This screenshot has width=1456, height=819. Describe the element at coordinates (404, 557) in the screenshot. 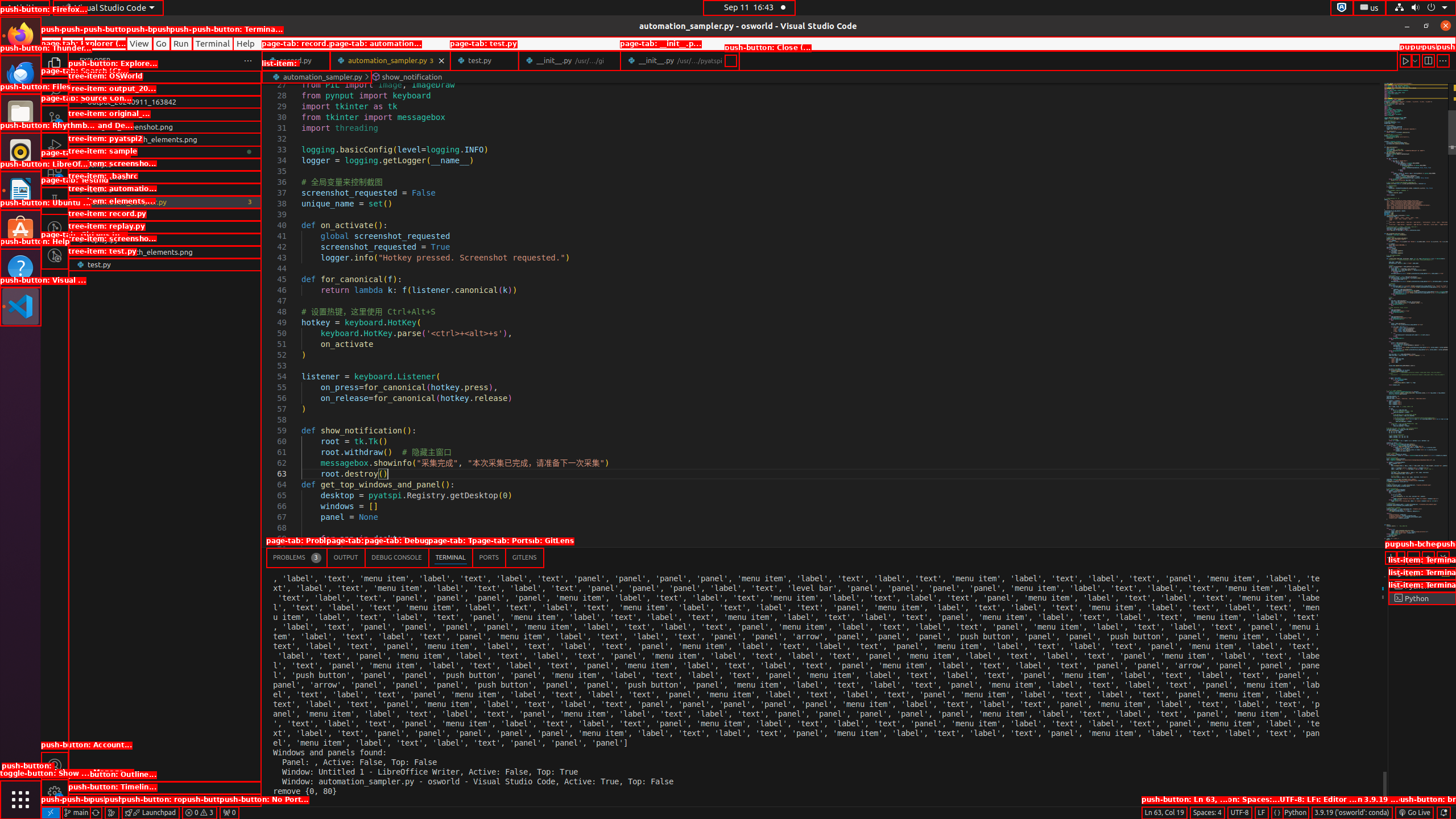

I see `'Active View Switcher'` at that location.